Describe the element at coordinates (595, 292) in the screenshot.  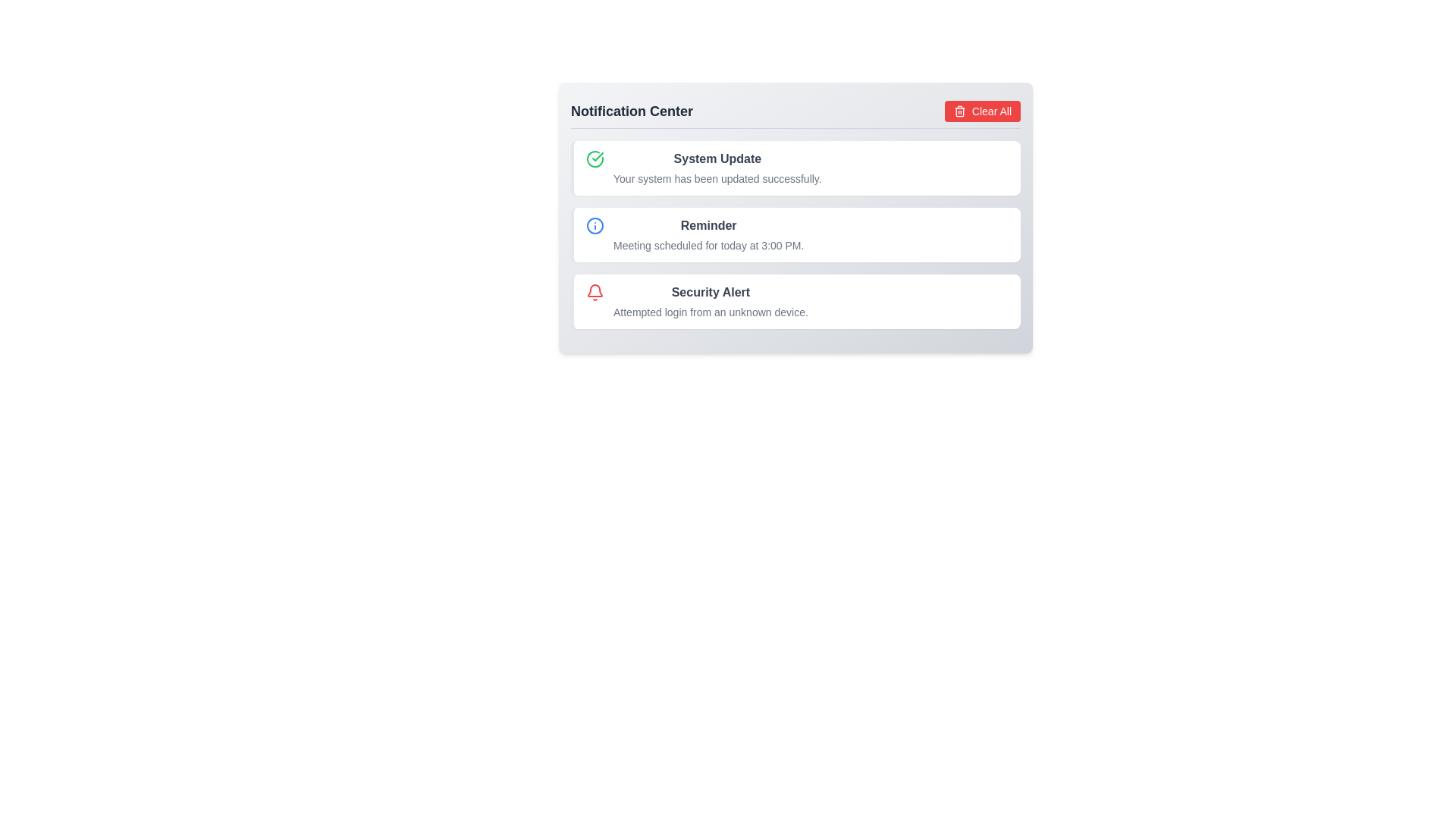
I see `the bell icon located within the 'Security Alert' notification card in the notification center` at that location.